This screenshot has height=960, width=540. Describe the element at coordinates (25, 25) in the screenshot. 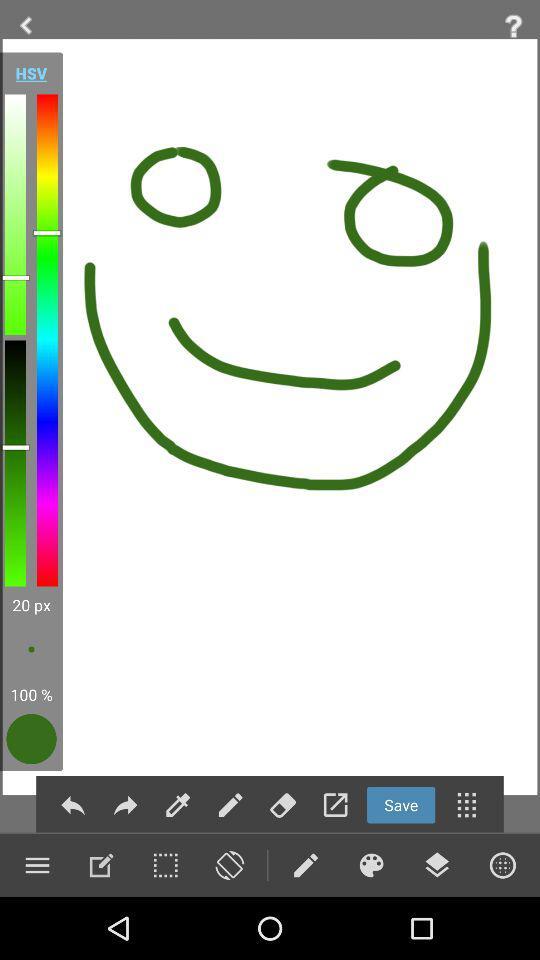

I see `previous` at that location.